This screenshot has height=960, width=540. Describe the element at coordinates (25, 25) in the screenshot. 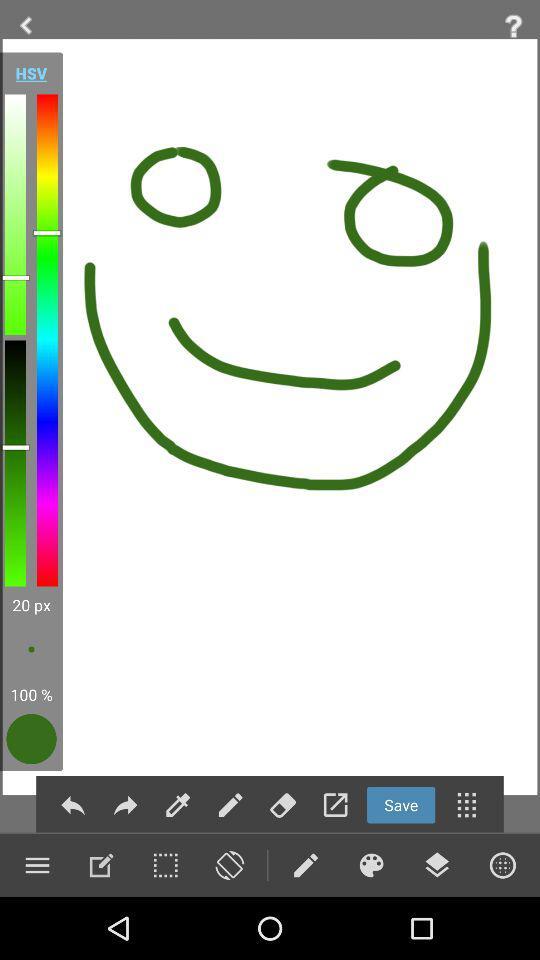

I see `previous` at that location.